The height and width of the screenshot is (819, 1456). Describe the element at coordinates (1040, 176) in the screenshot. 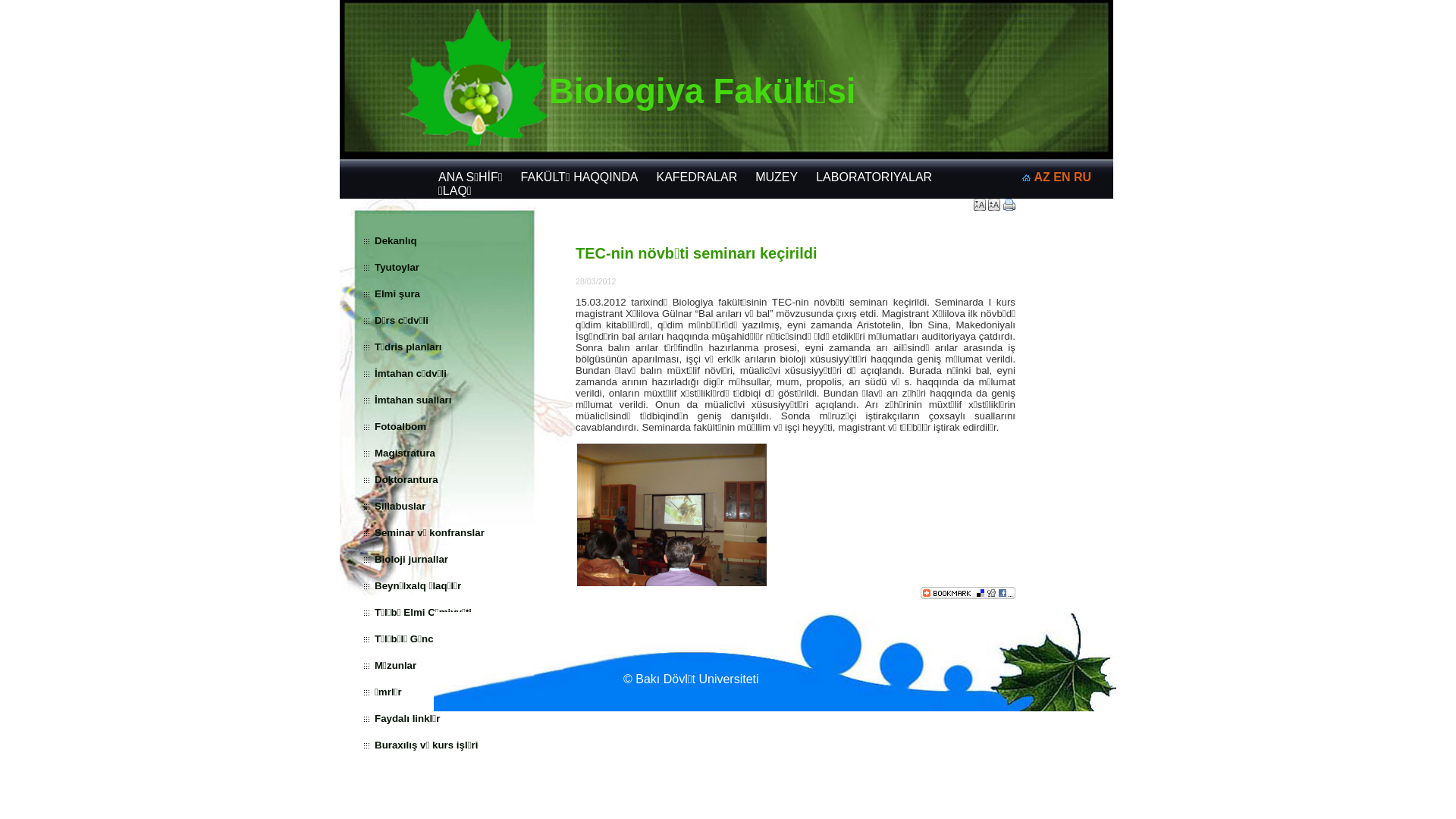

I see `'AZ'` at that location.